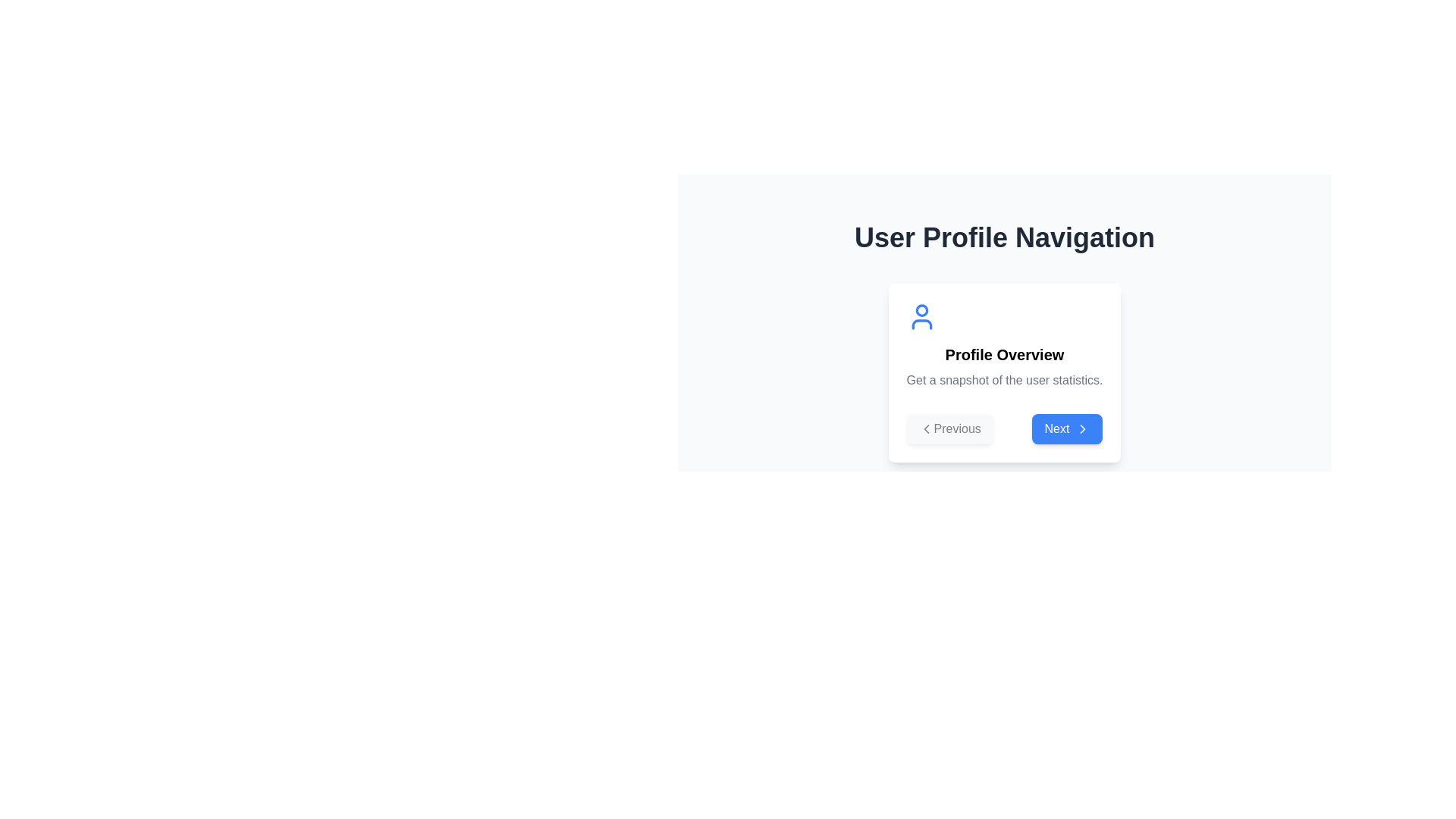 This screenshot has height=819, width=1456. What do you see at coordinates (1082, 429) in the screenshot?
I see `the chevron-shaped icon that is part of the 'Next' button in the 'Profile Overview' section of the navigation pane` at bounding box center [1082, 429].